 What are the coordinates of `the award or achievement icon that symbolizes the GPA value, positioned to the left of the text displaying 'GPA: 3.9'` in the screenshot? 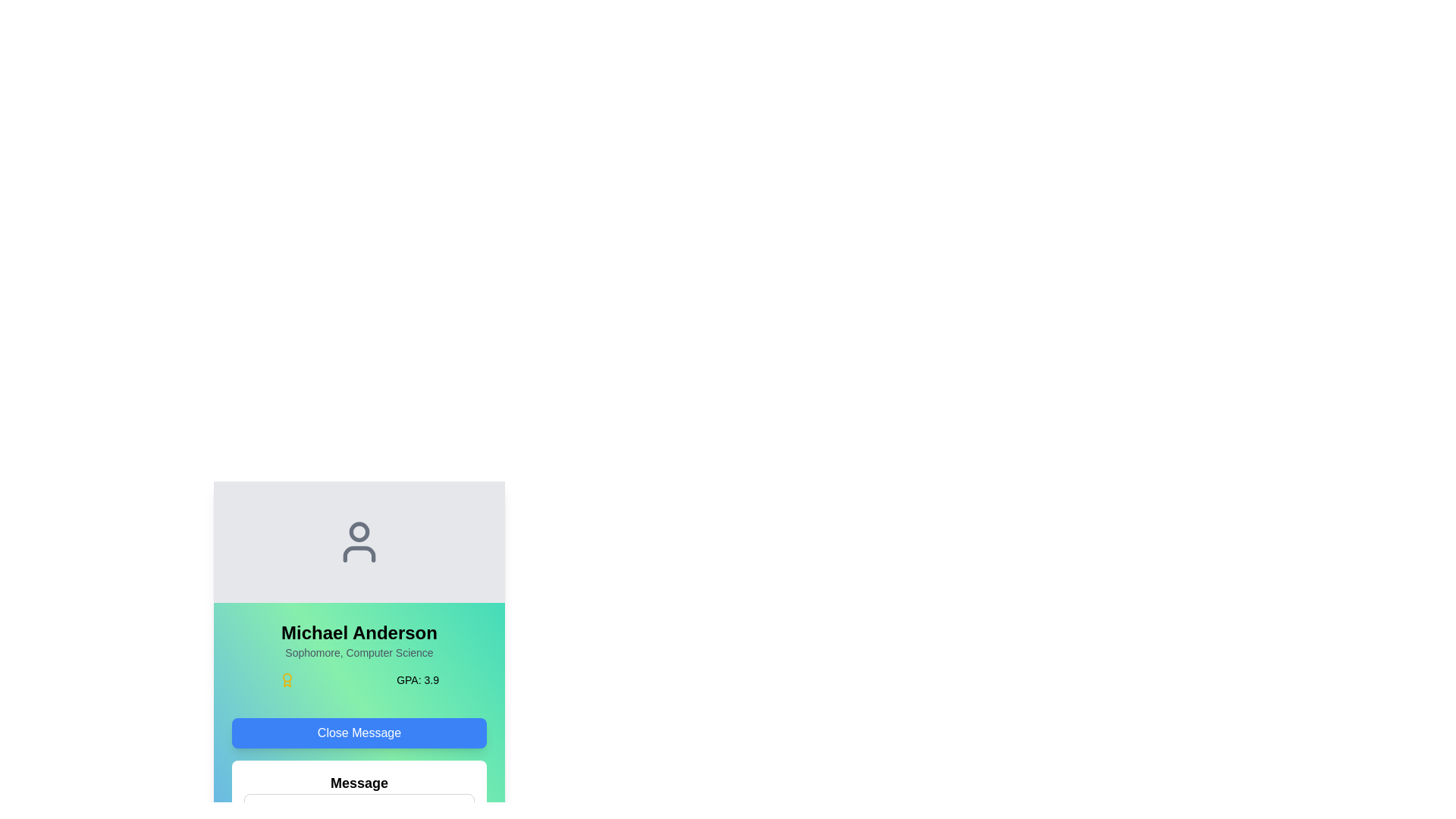 It's located at (287, 679).